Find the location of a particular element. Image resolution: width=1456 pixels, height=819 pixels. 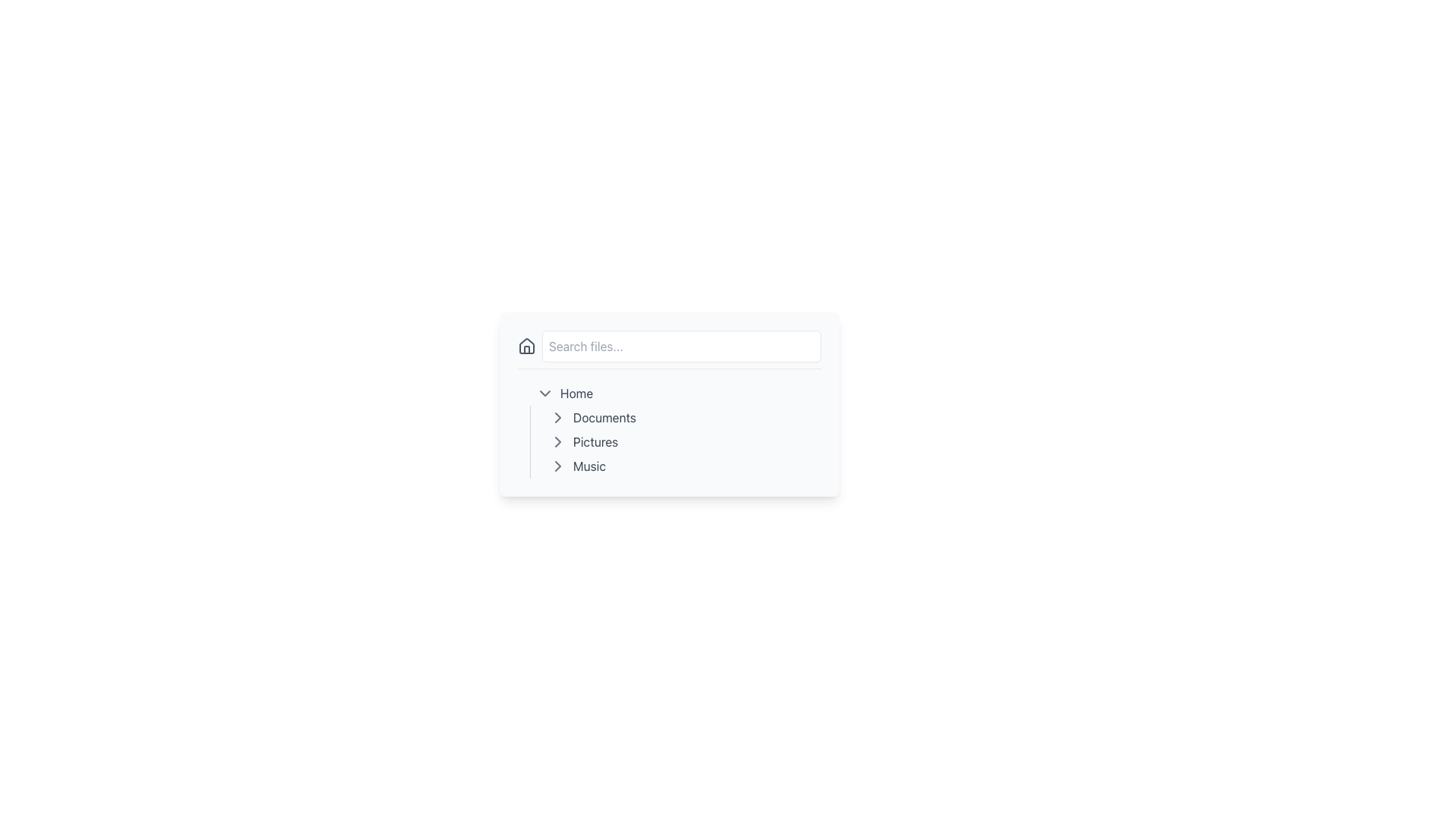

the text label representing the Documents section in the navigation list is located at coordinates (604, 418).